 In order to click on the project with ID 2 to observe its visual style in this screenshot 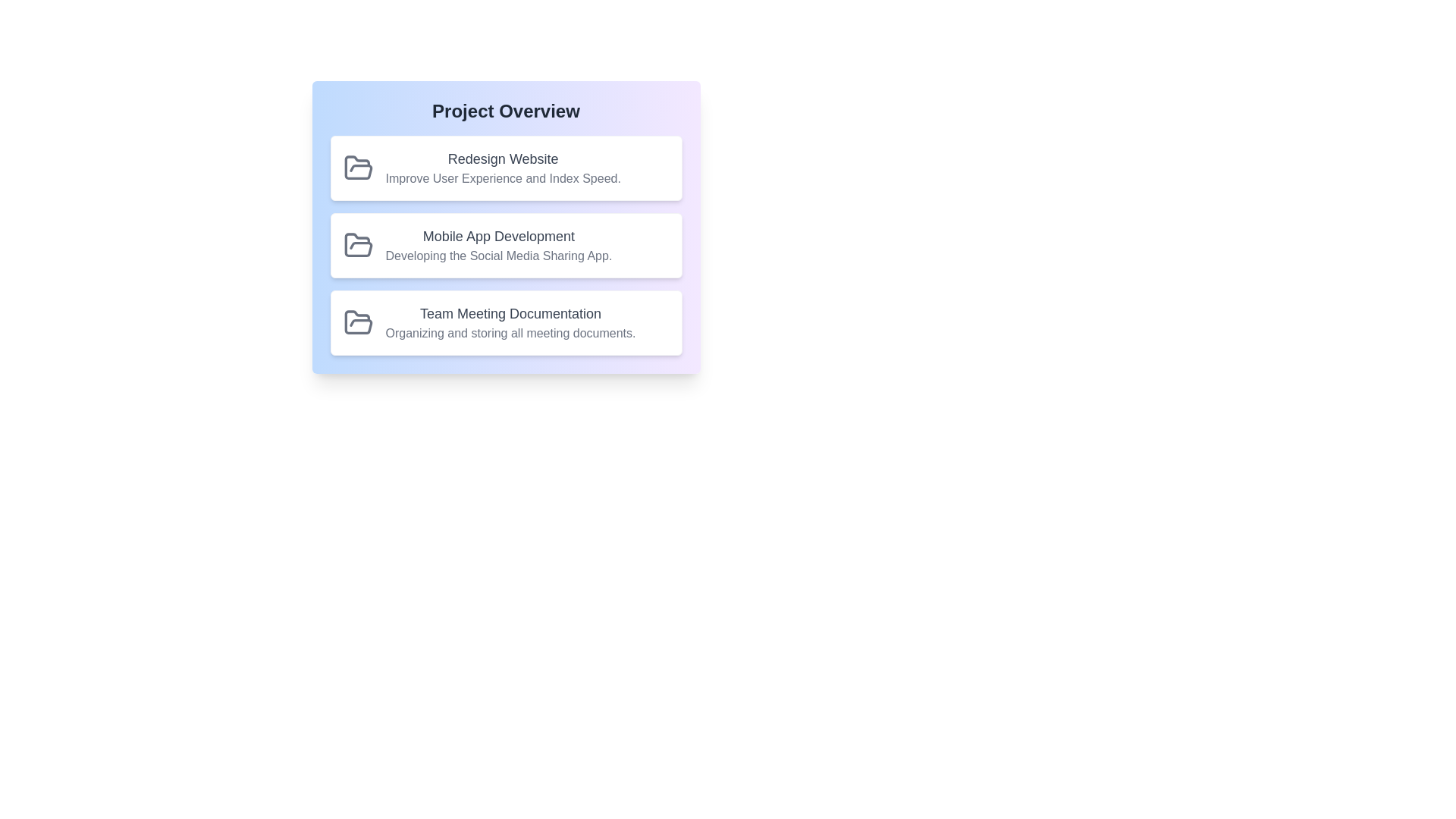, I will do `click(506, 245)`.